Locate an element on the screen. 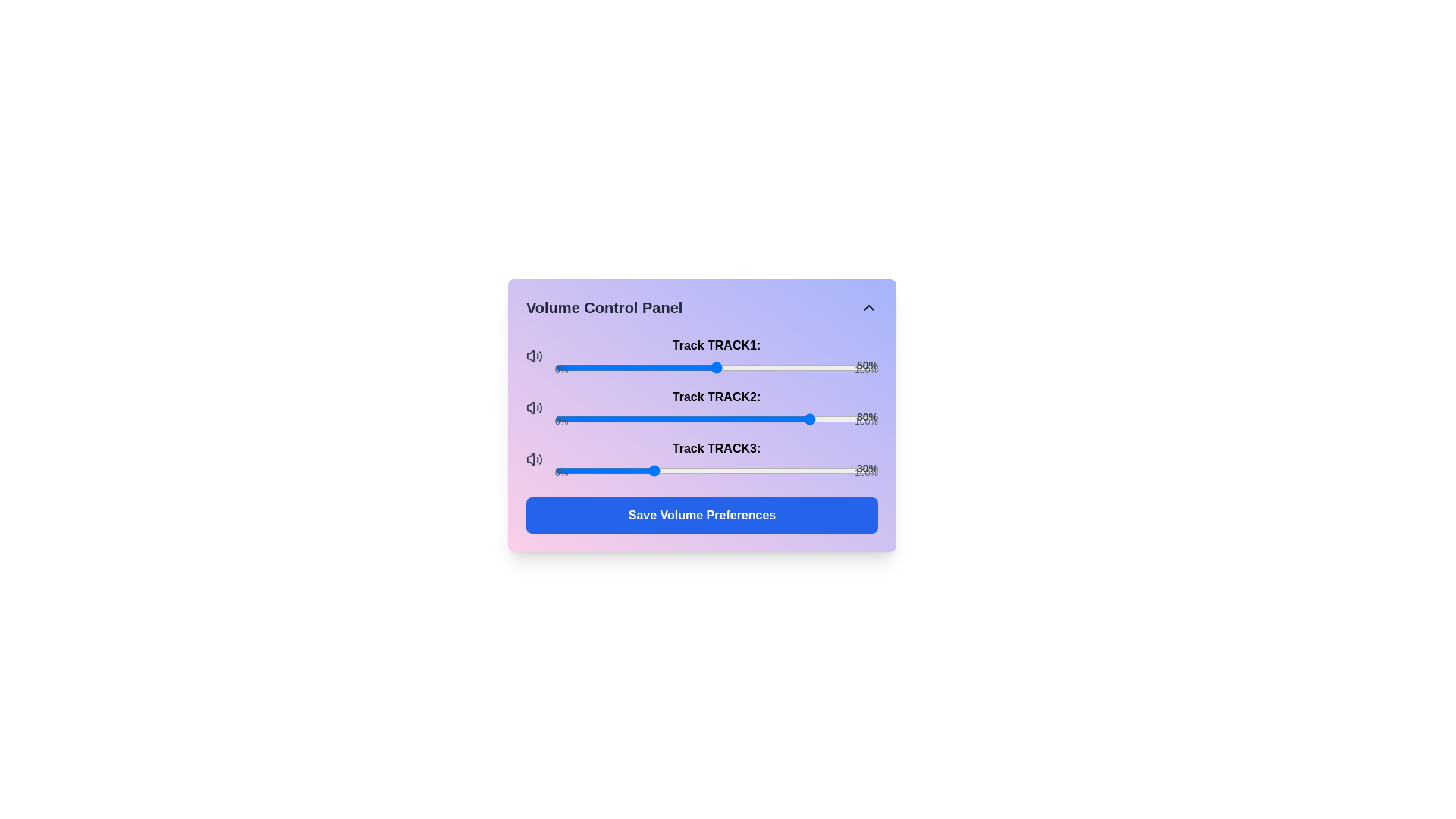 This screenshot has width=1456, height=819. the slider value is located at coordinates (852, 470).